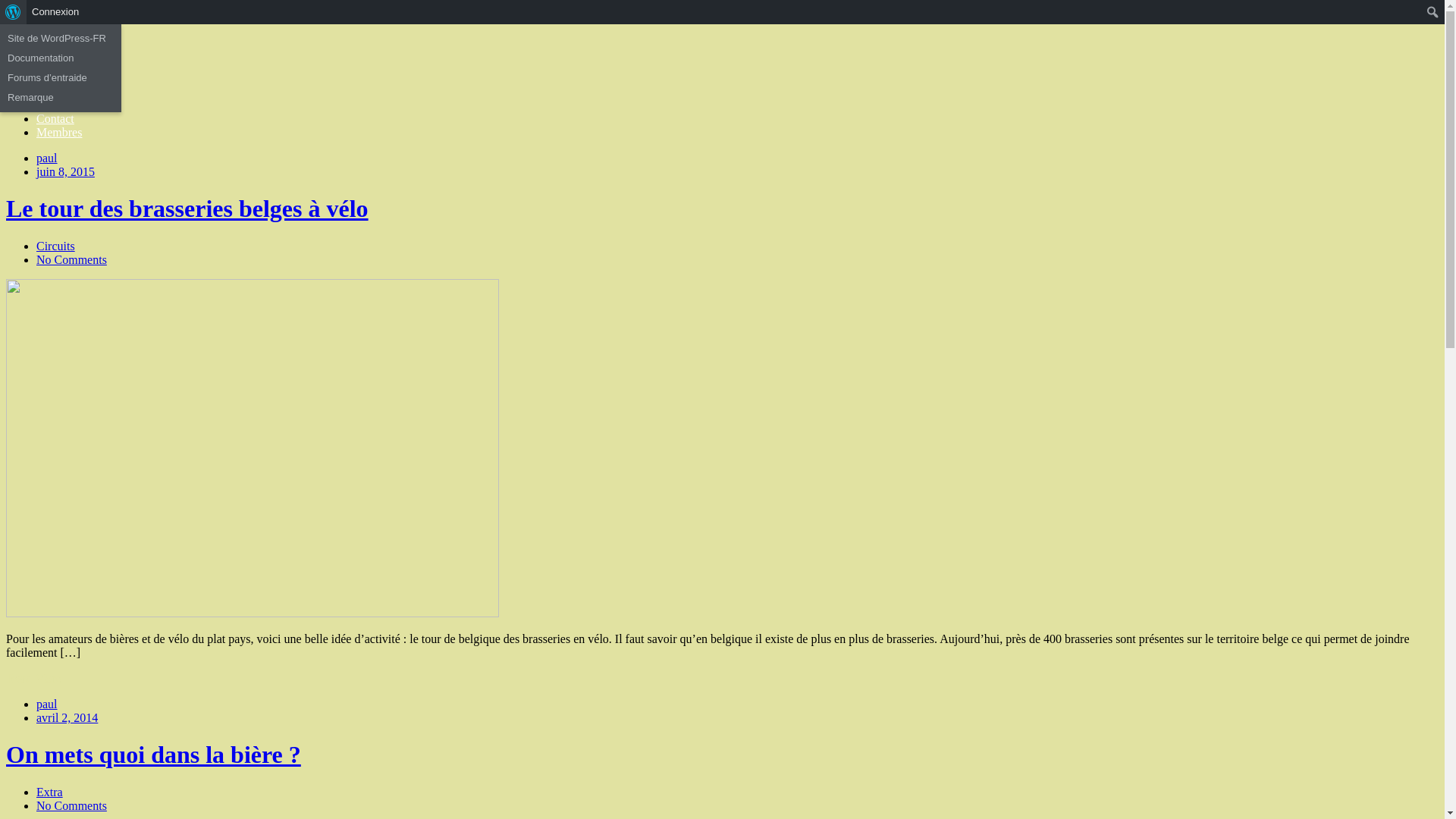 The height and width of the screenshot is (819, 1456). What do you see at coordinates (36, 259) in the screenshot?
I see `'No Comments'` at bounding box center [36, 259].